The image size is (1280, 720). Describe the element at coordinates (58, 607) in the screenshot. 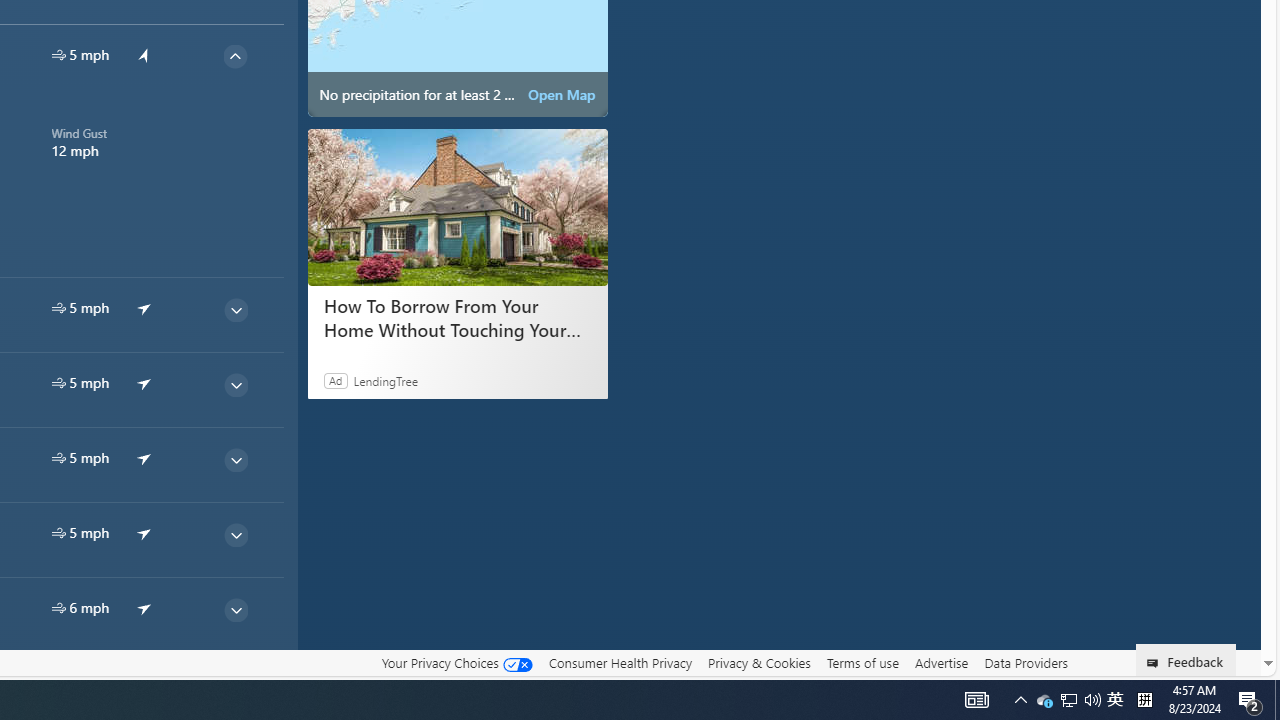

I see `'hourlyTable/wind'` at that location.